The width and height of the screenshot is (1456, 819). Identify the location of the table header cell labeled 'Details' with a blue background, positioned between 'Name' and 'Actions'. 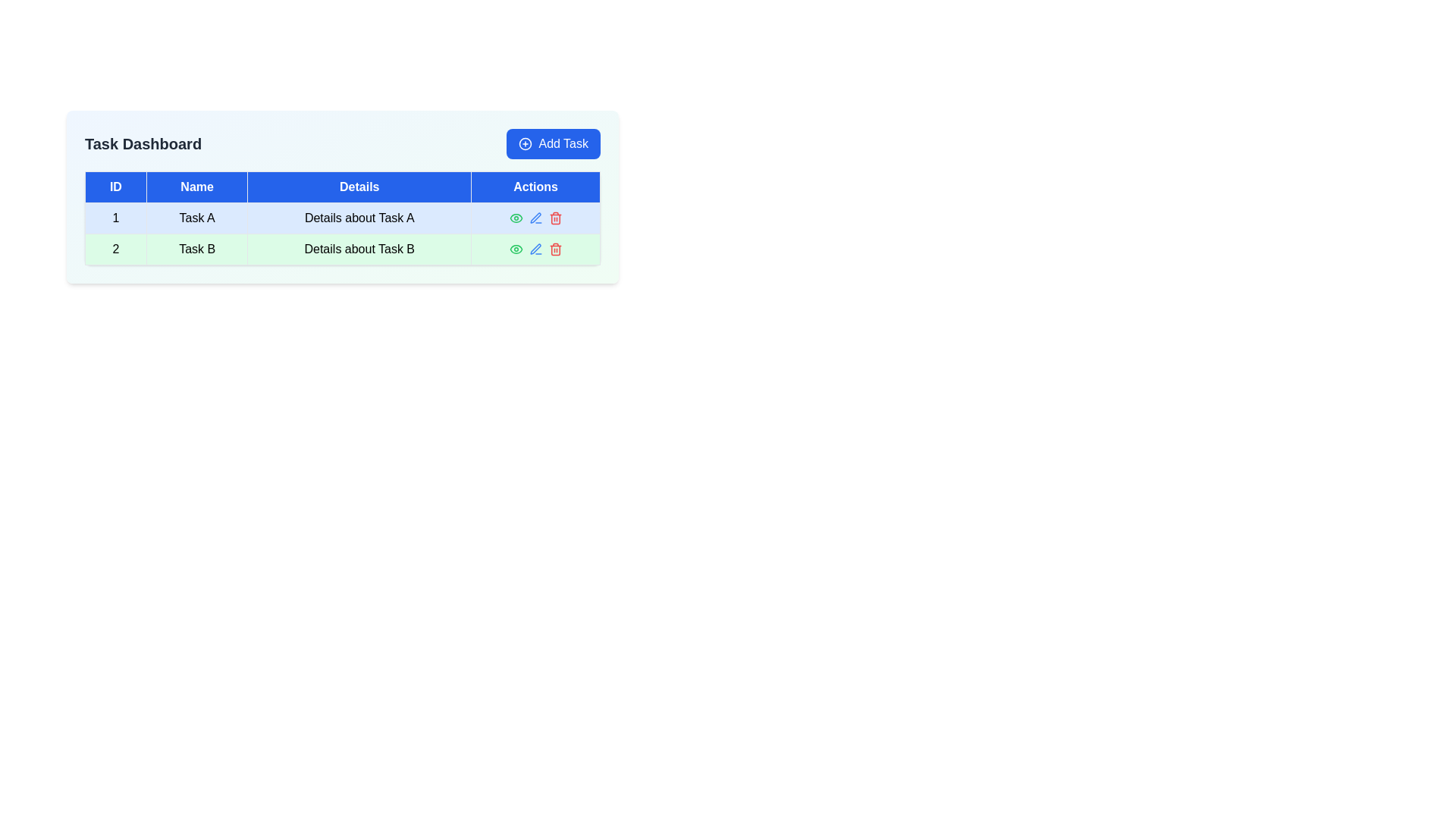
(359, 186).